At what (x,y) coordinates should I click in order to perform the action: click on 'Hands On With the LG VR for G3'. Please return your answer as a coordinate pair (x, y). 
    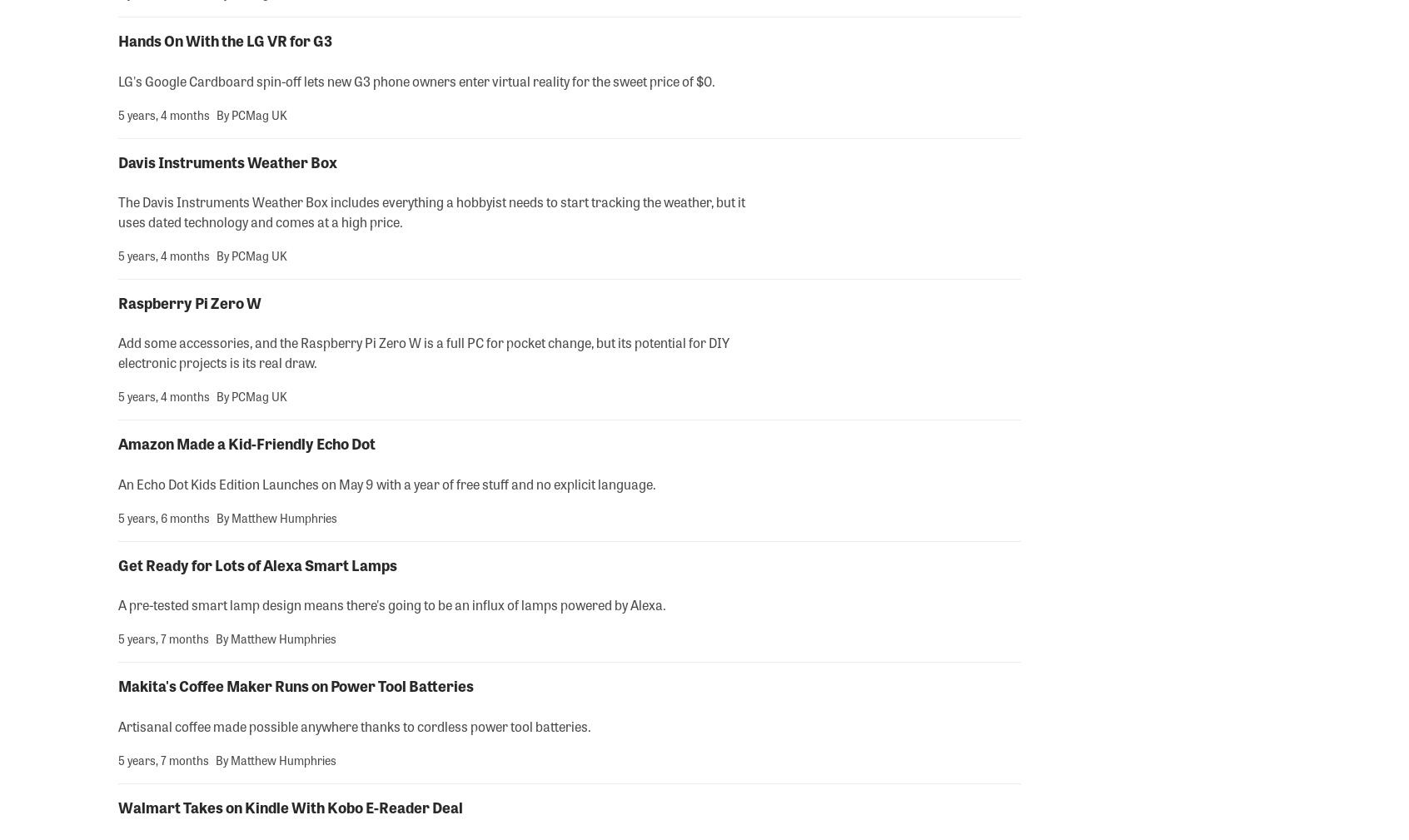
    Looking at the image, I should click on (225, 39).